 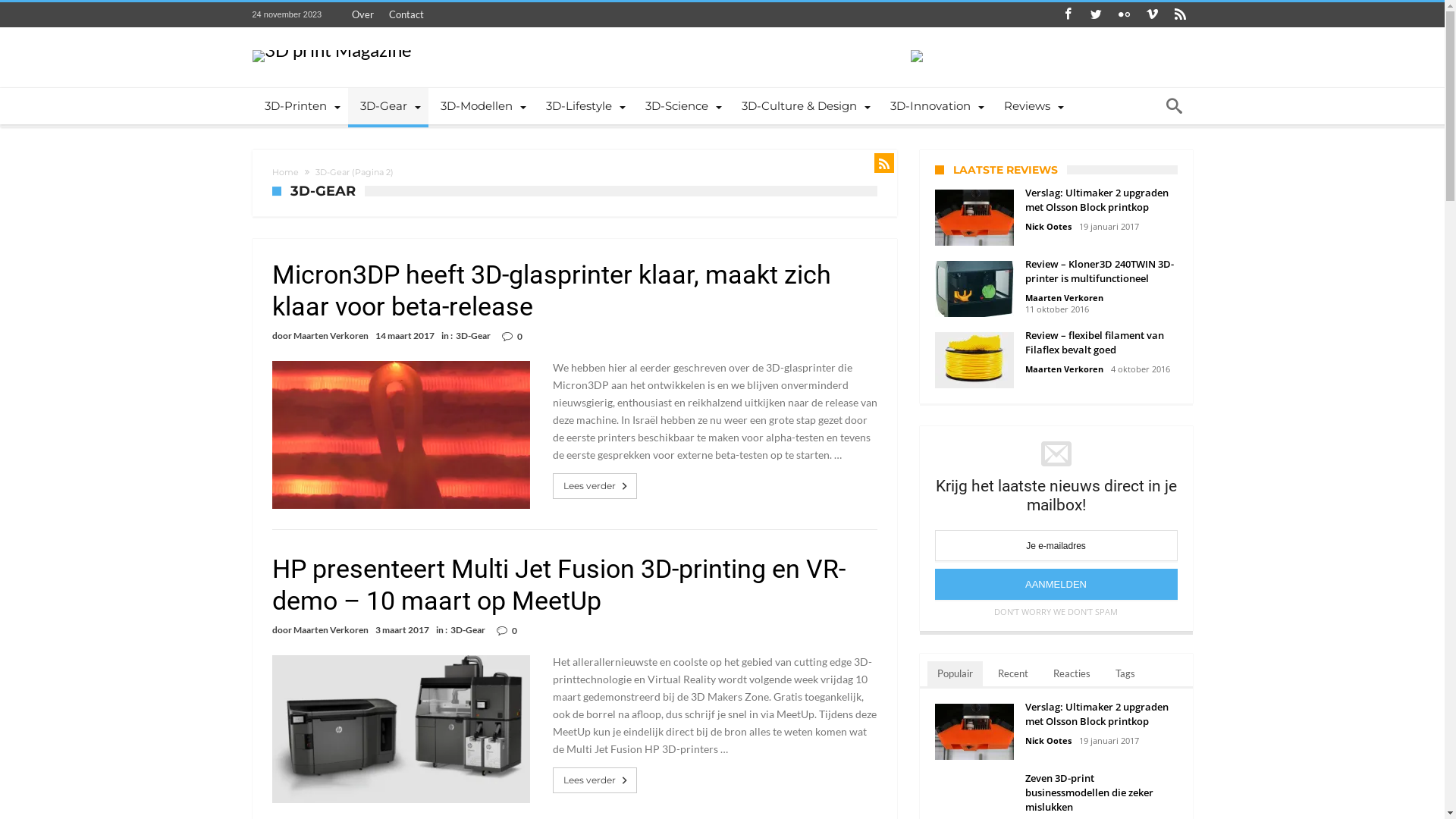 I want to click on '3D-Gear', so click(x=387, y=105).